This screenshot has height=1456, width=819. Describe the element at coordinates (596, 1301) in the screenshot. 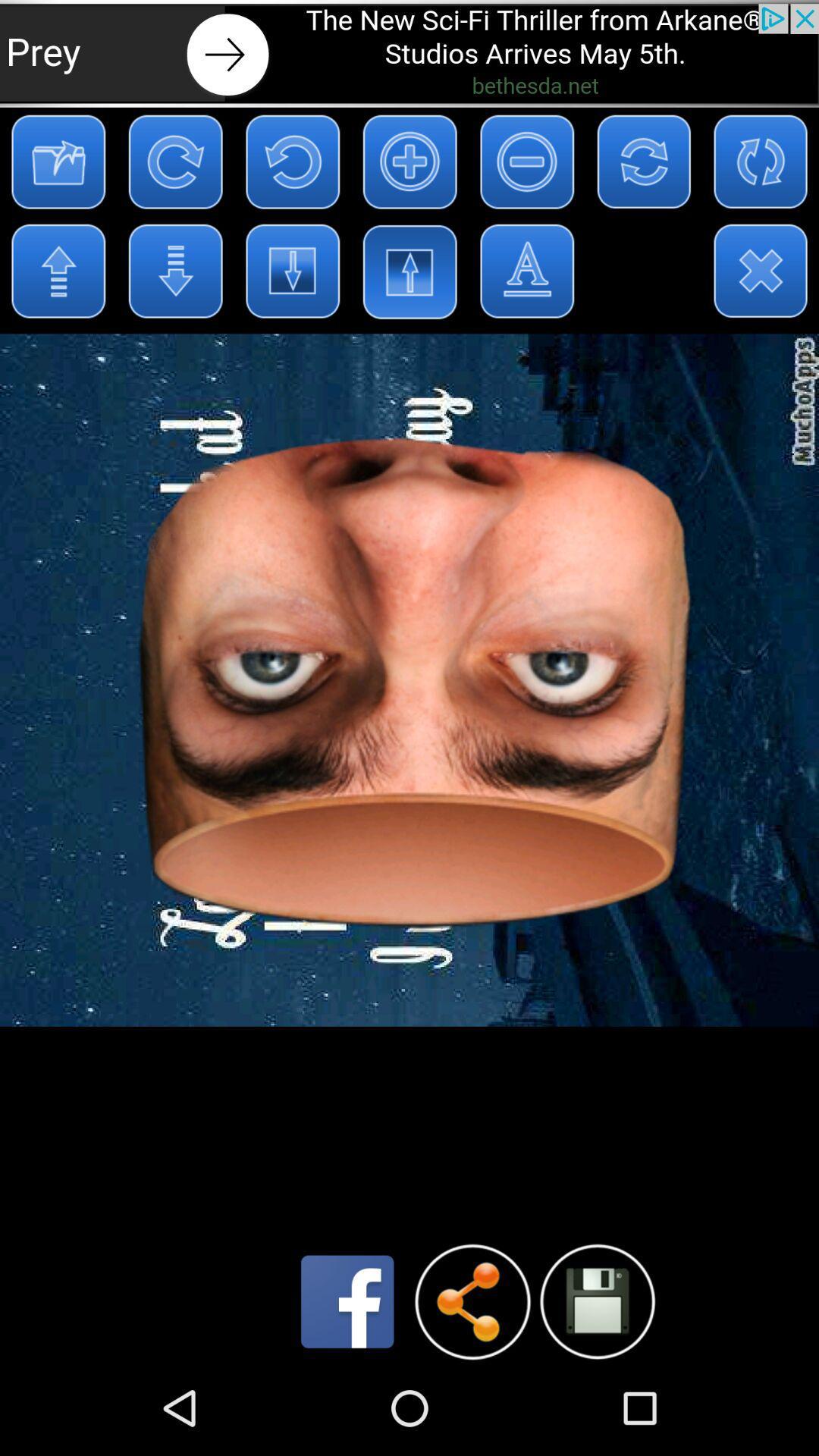

I see `file` at that location.